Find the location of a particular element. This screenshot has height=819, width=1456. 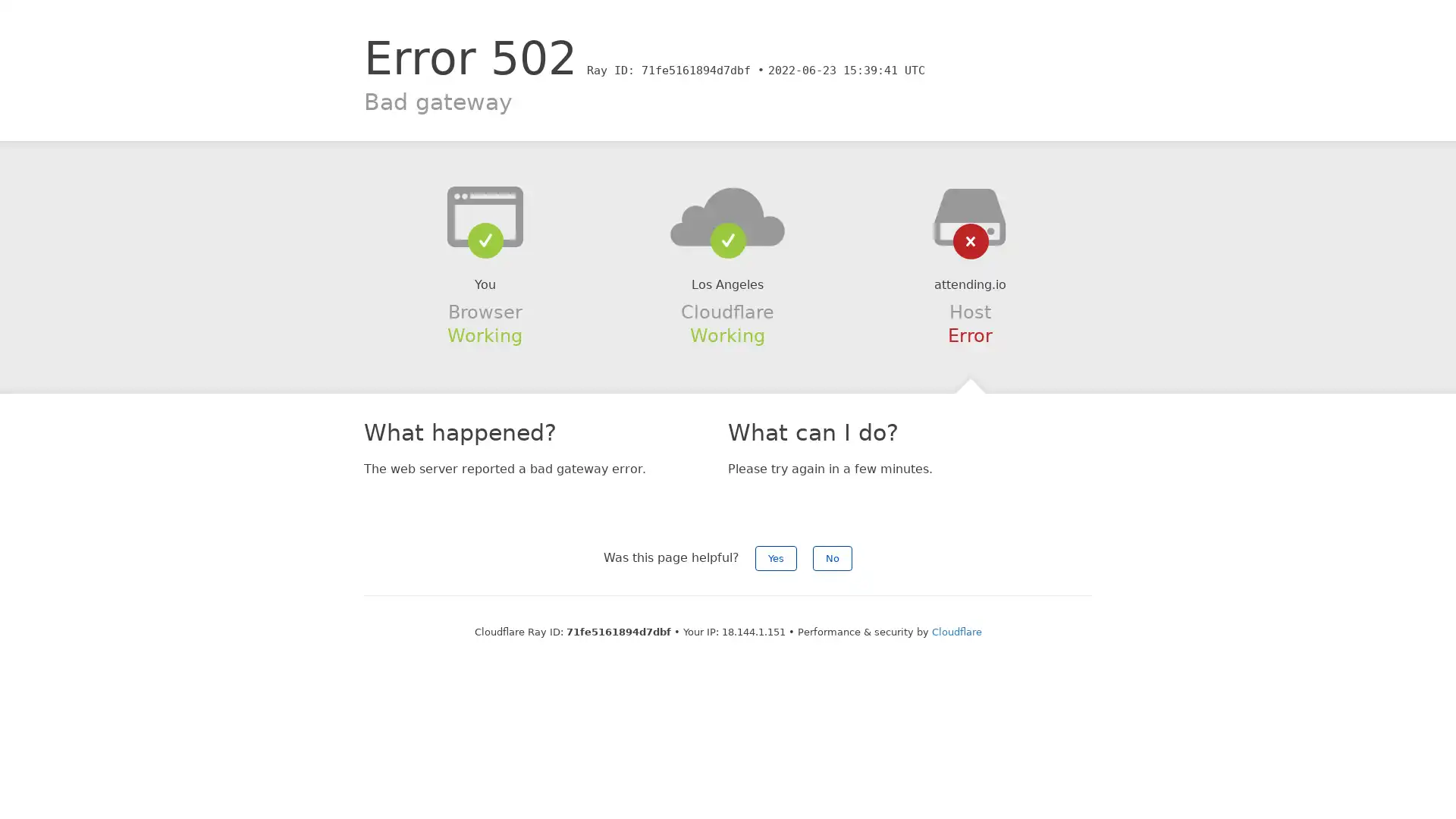

No is located at coordinates (832, 558).